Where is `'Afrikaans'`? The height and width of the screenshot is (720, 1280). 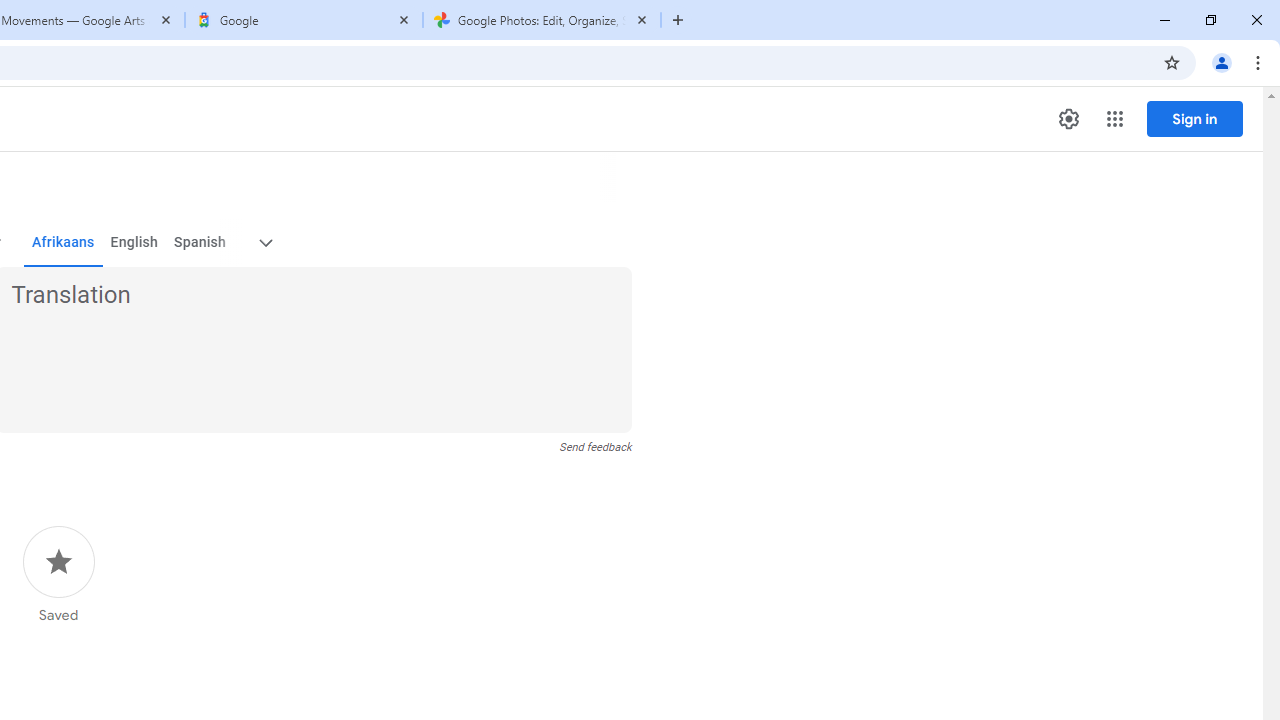
'Afrikaans' is located at coordinates (62, 242).